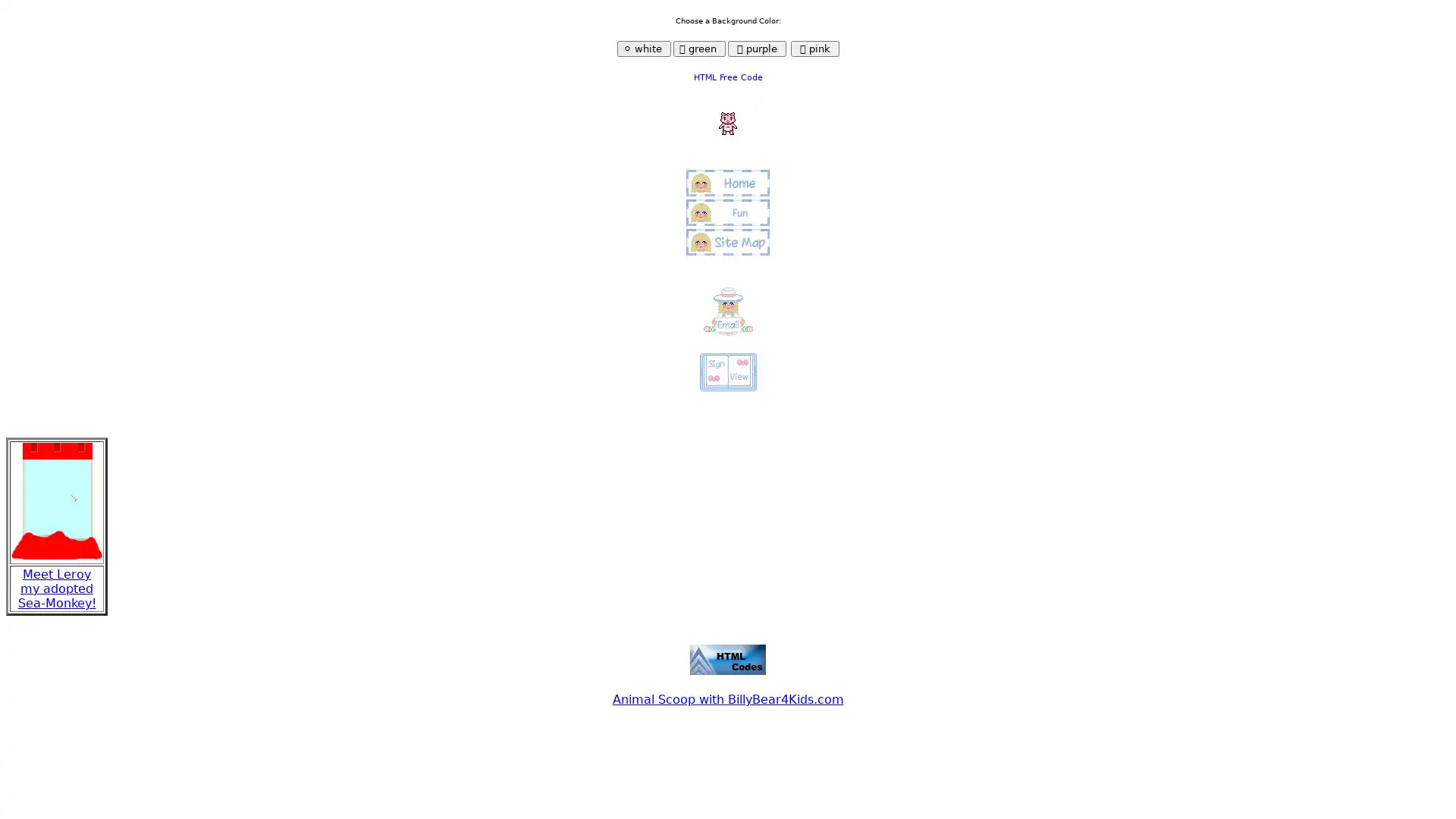 The height and width of the screenshot is (819, 1456). What do you see at coordinates (814, 48) in the screenshot?
I see `pink` at bounding box center [814, 48].